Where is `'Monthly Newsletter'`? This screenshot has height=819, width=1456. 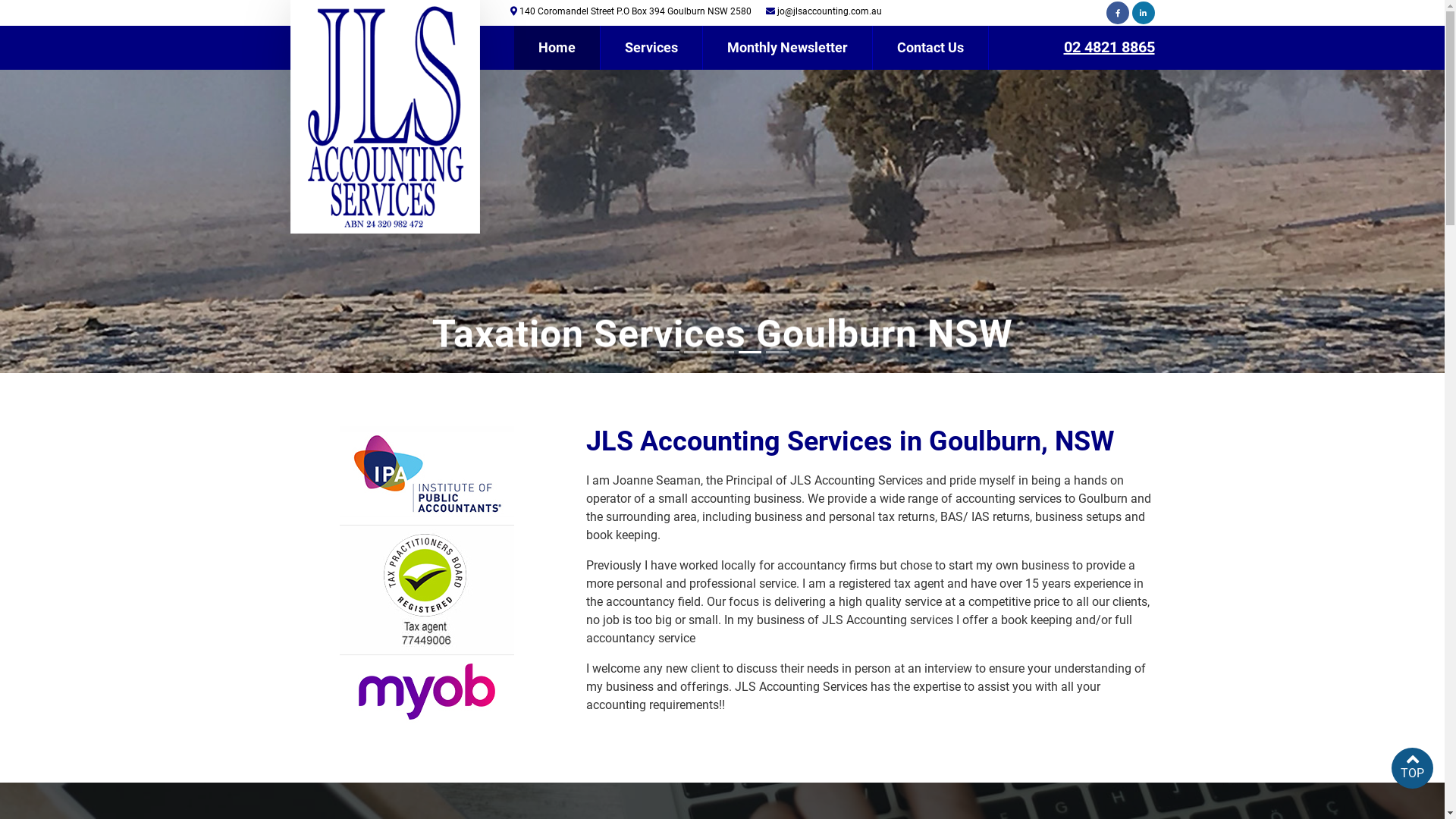
'Monthly Newsletter' is located at coordinates (786, 46).